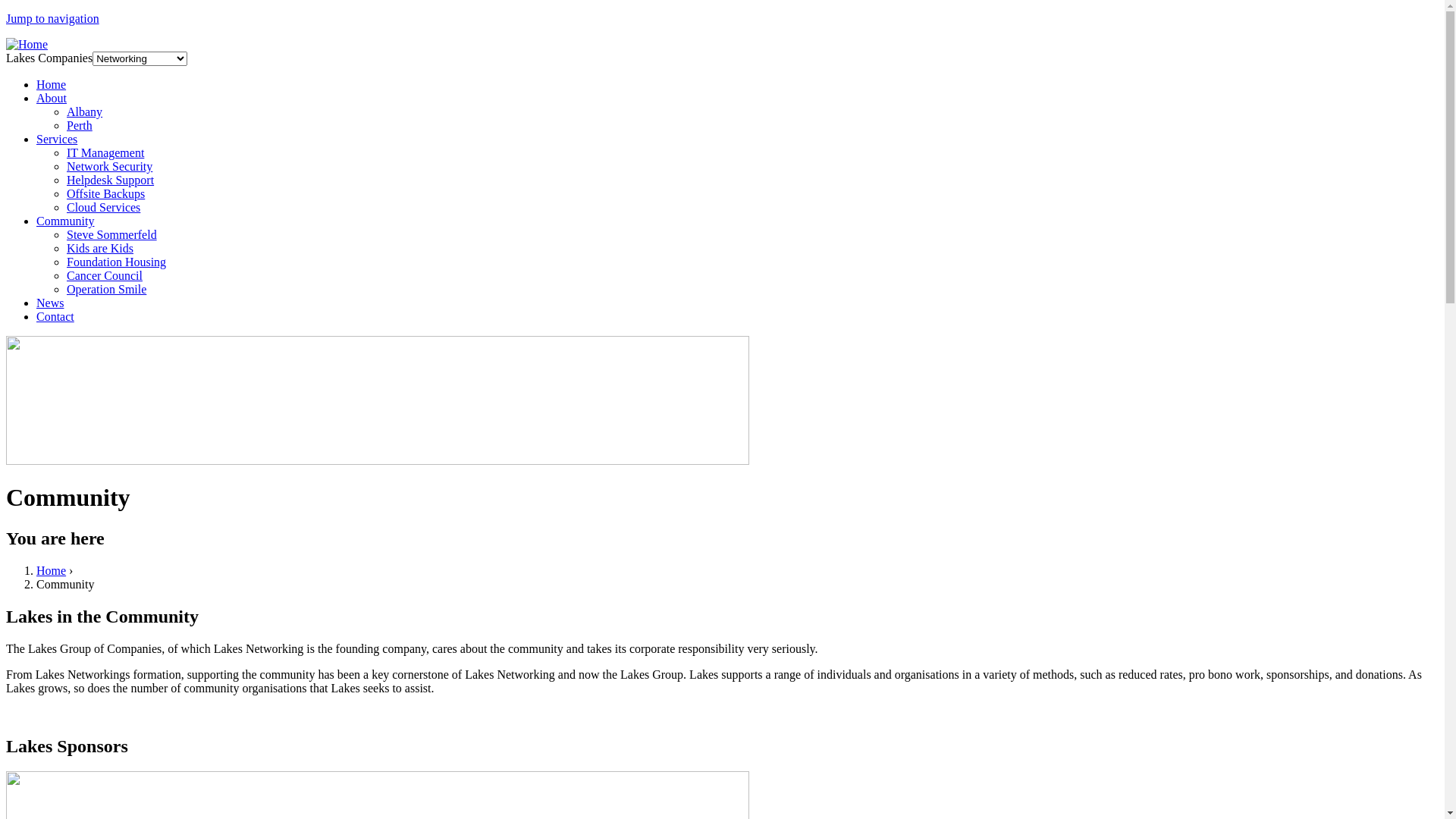 This screenshot has height=819, width=1456. What do you see at coordinates (102, 207) in the screenshot?
I see `'Cloud Services'` at bounding box center [102, 207].